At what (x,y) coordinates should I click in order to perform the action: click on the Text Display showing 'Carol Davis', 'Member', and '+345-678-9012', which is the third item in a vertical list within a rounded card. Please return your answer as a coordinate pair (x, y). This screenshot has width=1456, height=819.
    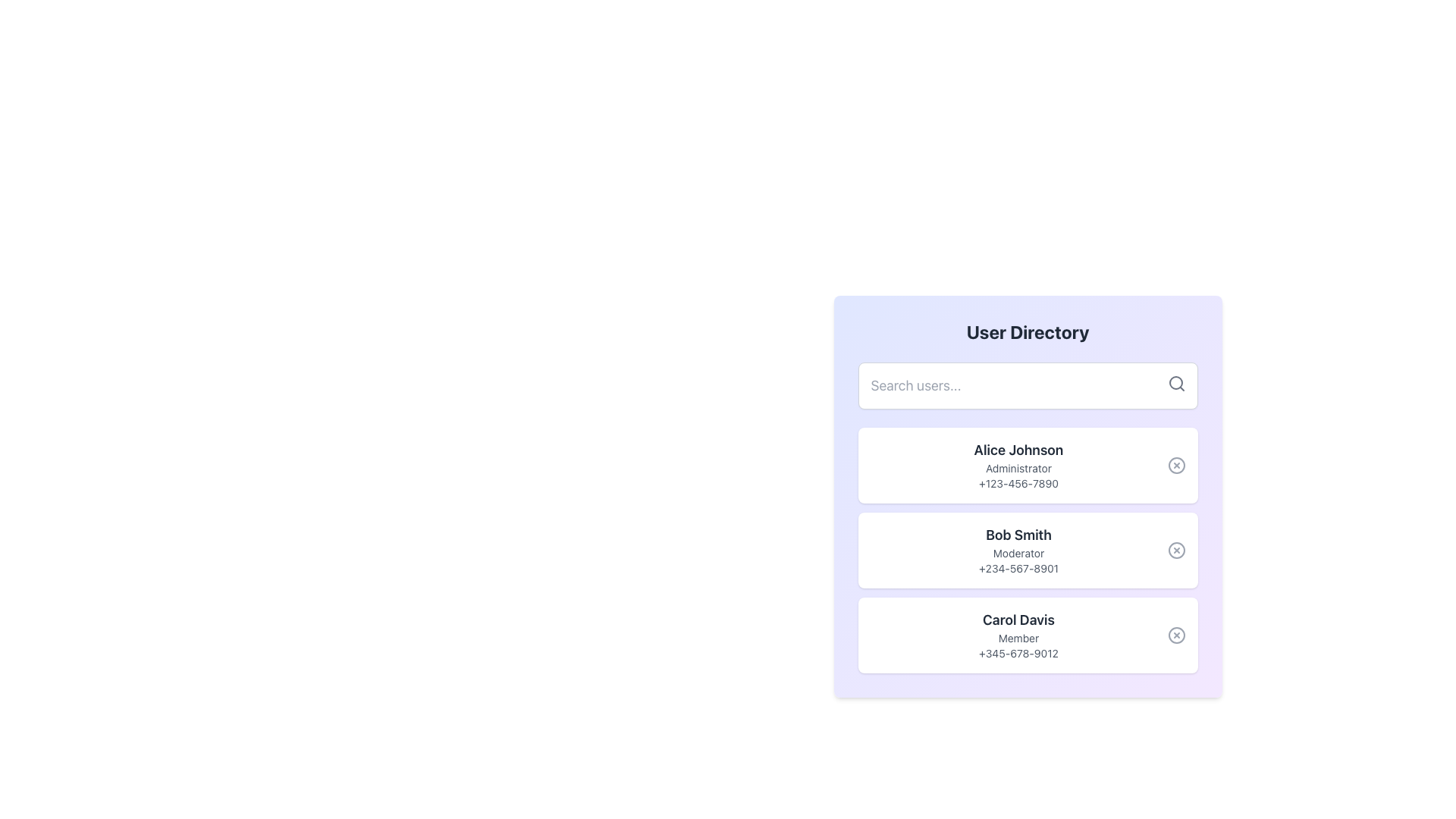
    Looking at the image, I should click on (1018, 635).